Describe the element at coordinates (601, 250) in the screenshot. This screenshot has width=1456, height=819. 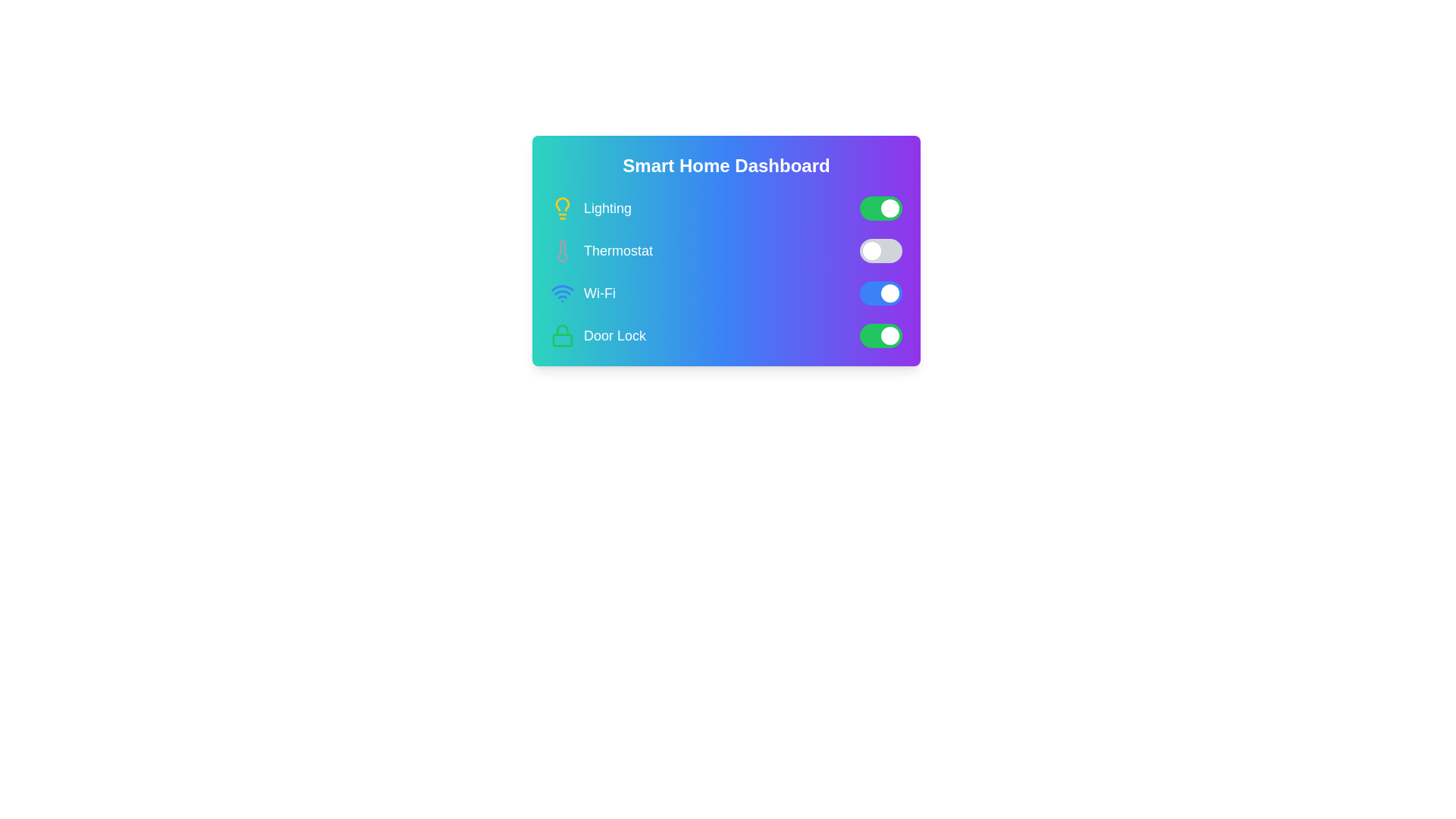
I see `the 'Thermostat' label with an icon, which features a gray thermometer icon followed by the text 'Thermostat' in bold, large font, located in the second row of the Smart Home Dashboard interface` at that location.